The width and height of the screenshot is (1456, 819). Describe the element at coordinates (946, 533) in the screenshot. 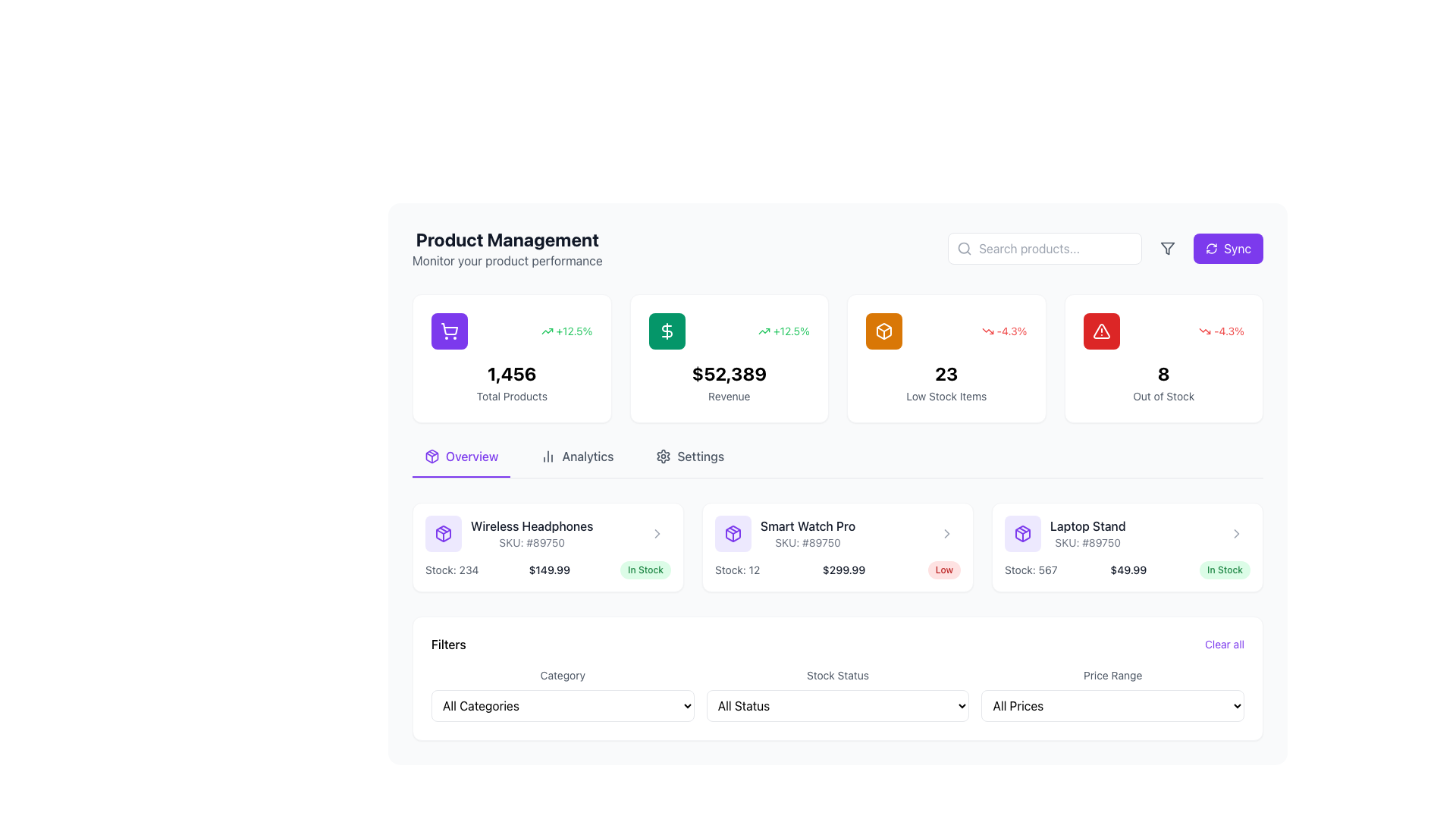

I see `the rightward-pointing chevron icon button styled in gray, located within the 'Smart Watch Pro' product card` at that location.